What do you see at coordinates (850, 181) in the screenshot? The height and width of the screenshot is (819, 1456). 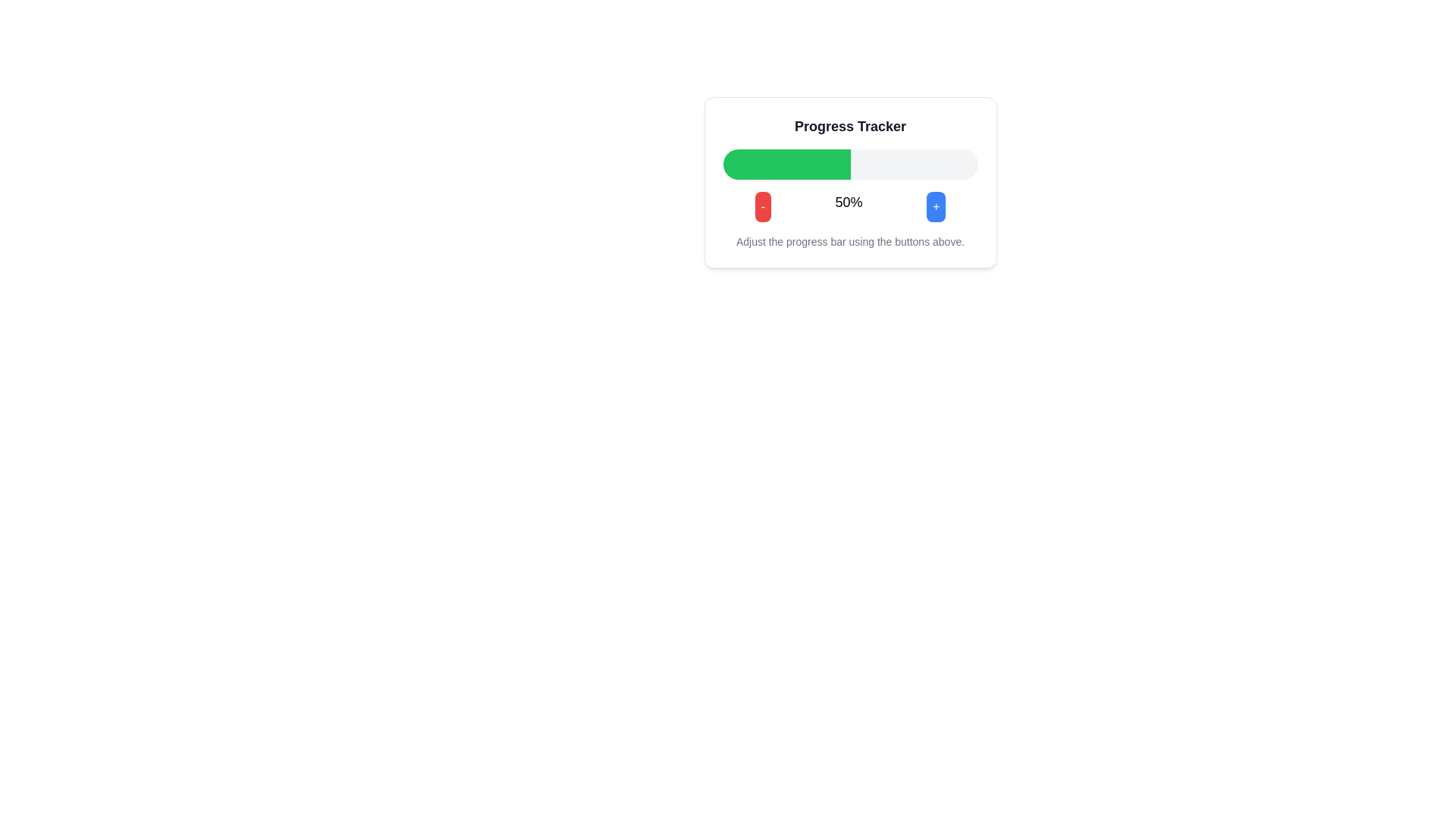 I see `instructional text located at the bottom of the Progress Tracker card, which states 'Adjust the progress bar using the buttons above.'` at bounding box center [850, 181].